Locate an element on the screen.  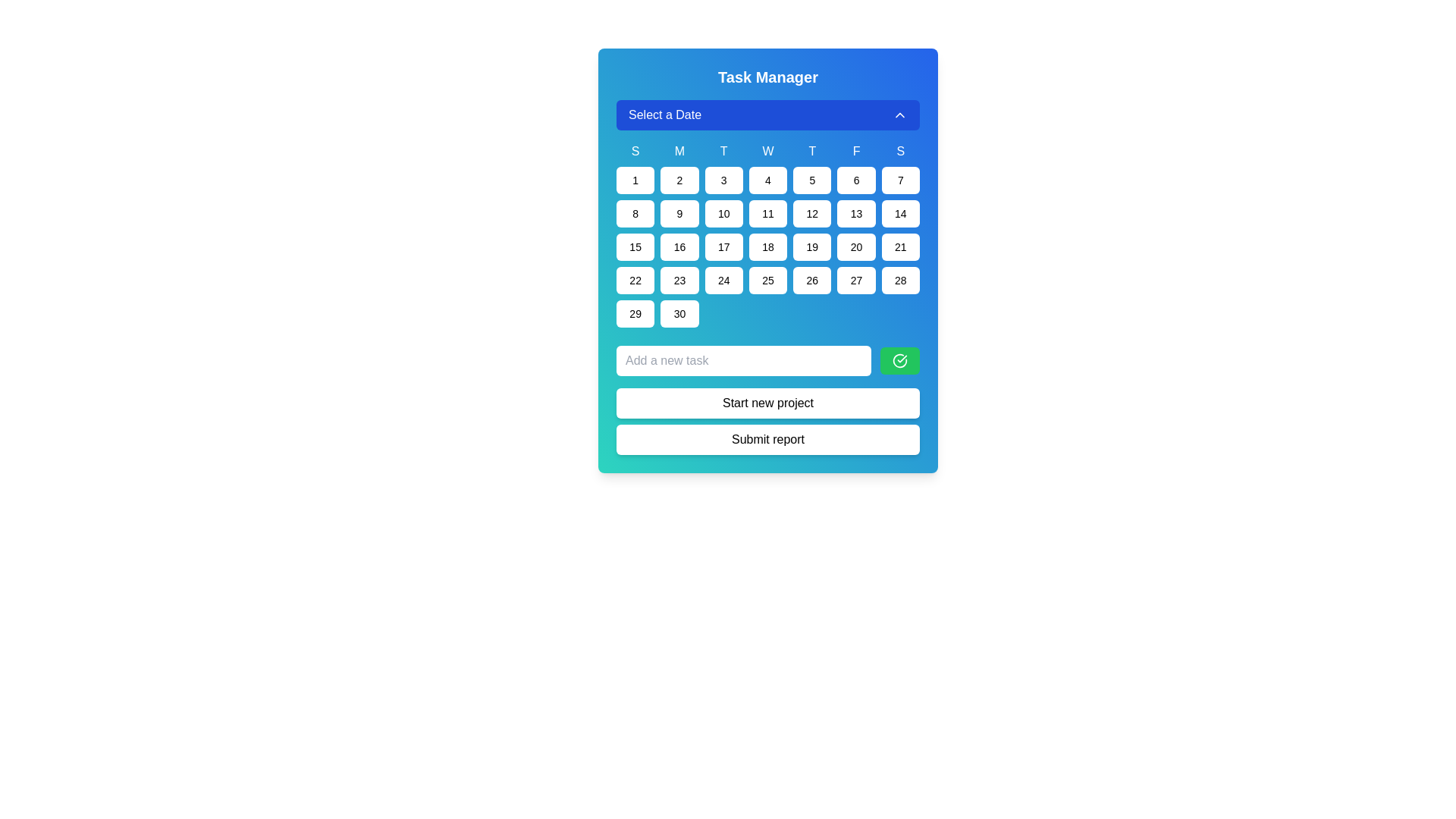
the interactive button displaying the number '16' located in the fourth row and second column of the calendar grid in the Task Manager interface is located at coordinates (679, 246).